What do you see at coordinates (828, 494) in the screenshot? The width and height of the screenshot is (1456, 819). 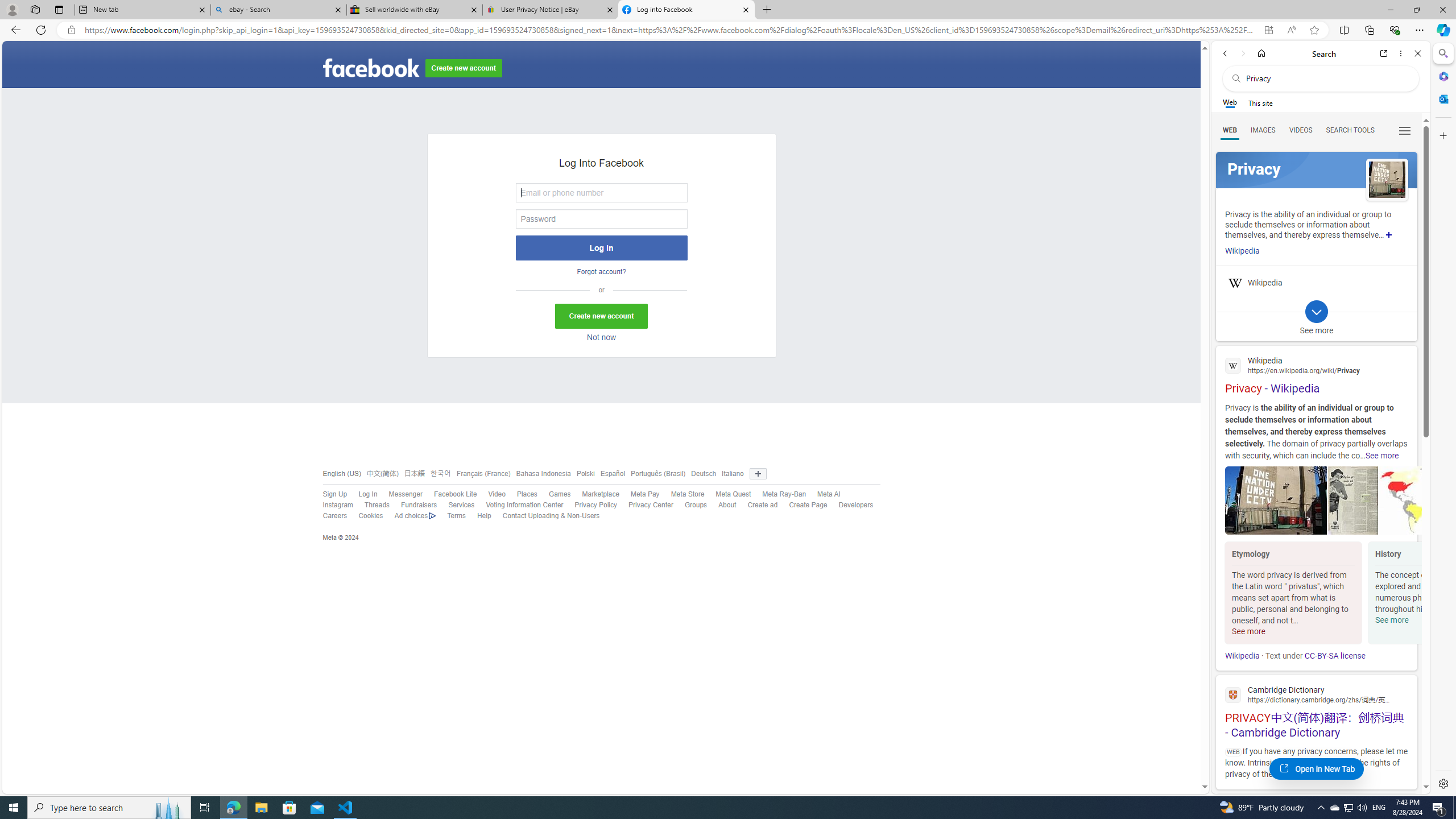 I see `'Meta AI'` at bounding box center [828, 494].